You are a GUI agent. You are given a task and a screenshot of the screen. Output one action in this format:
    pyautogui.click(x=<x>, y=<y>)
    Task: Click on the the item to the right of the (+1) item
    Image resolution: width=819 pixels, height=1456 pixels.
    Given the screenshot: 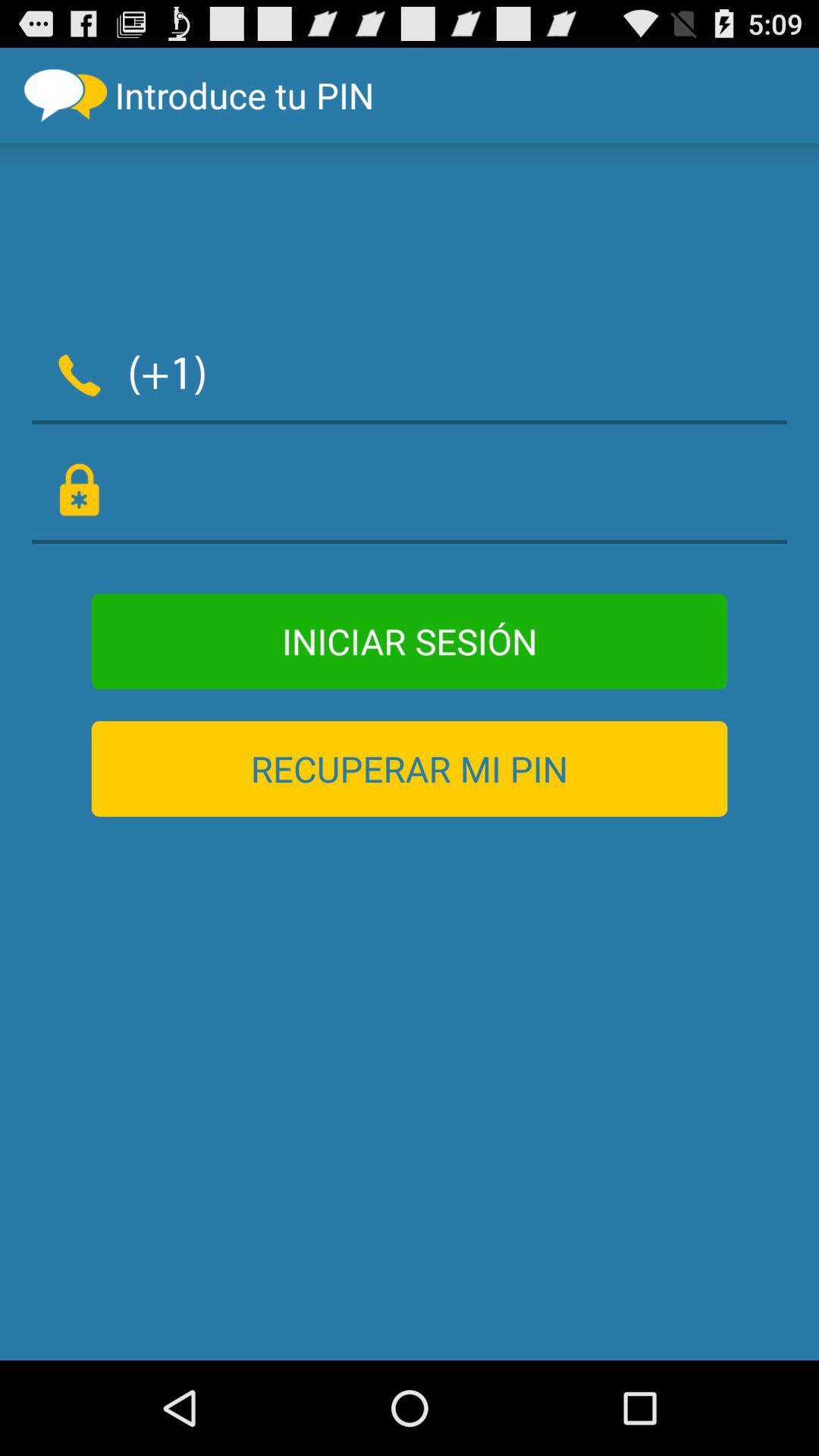 What is the action you would take?
    pyautogui.click(x=507, y=372)
    